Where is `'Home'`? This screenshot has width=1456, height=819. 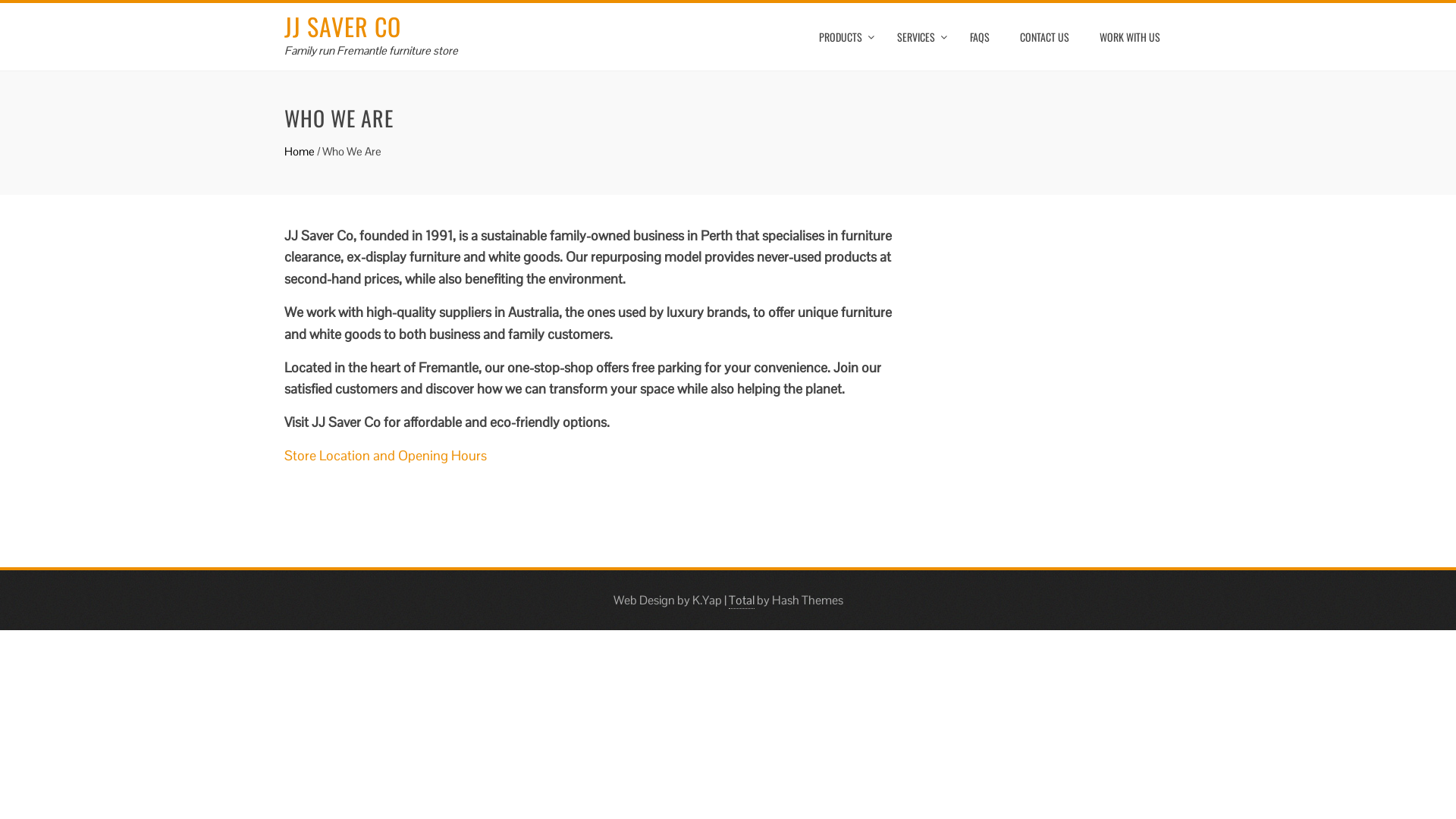
'Home' is located at coordinates (299, 151).